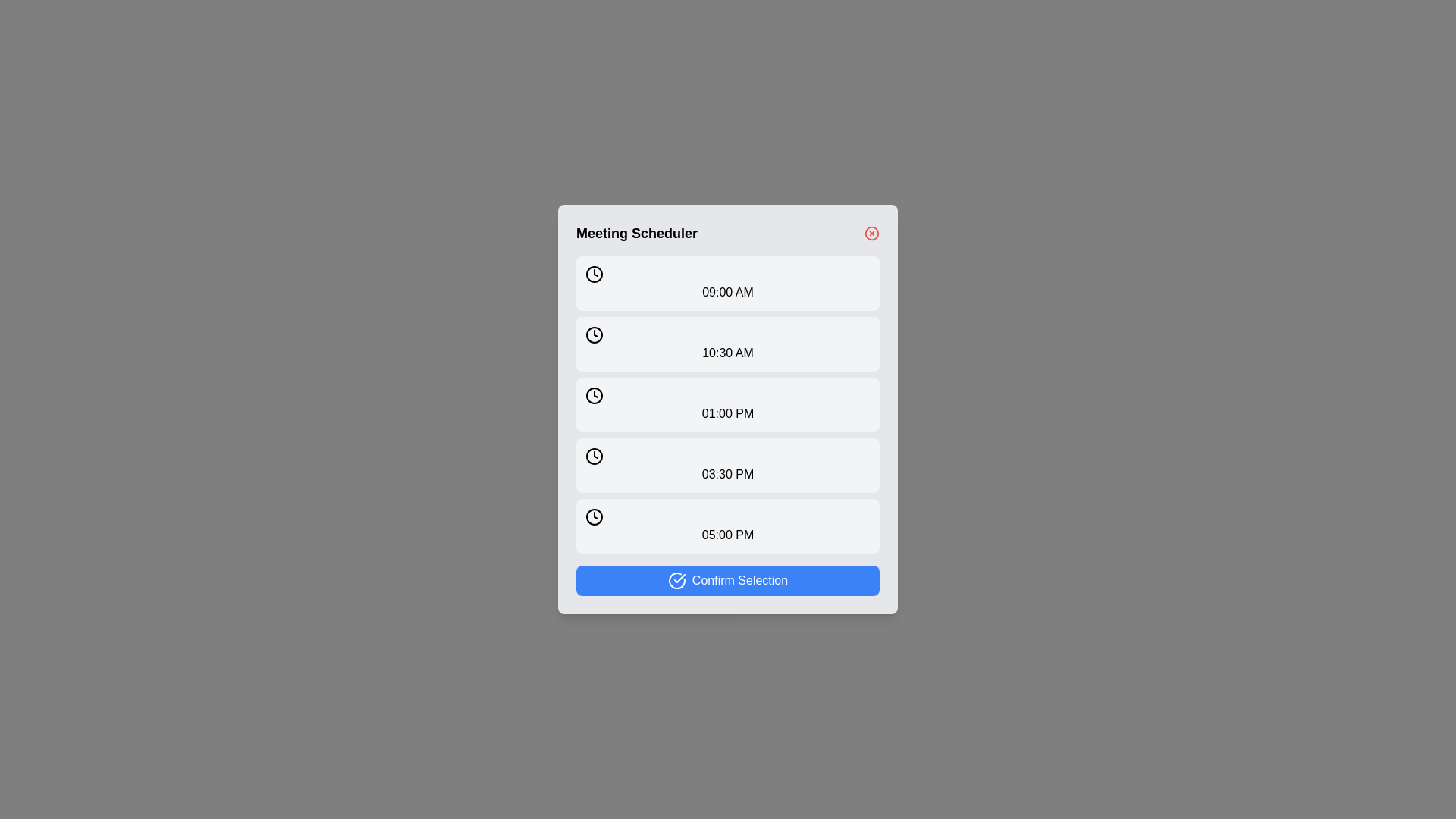 The height and width of the screenshot is (819, 1456). I want to click on the time slot button corresponding to 01:00 PM, so click(728, 403).